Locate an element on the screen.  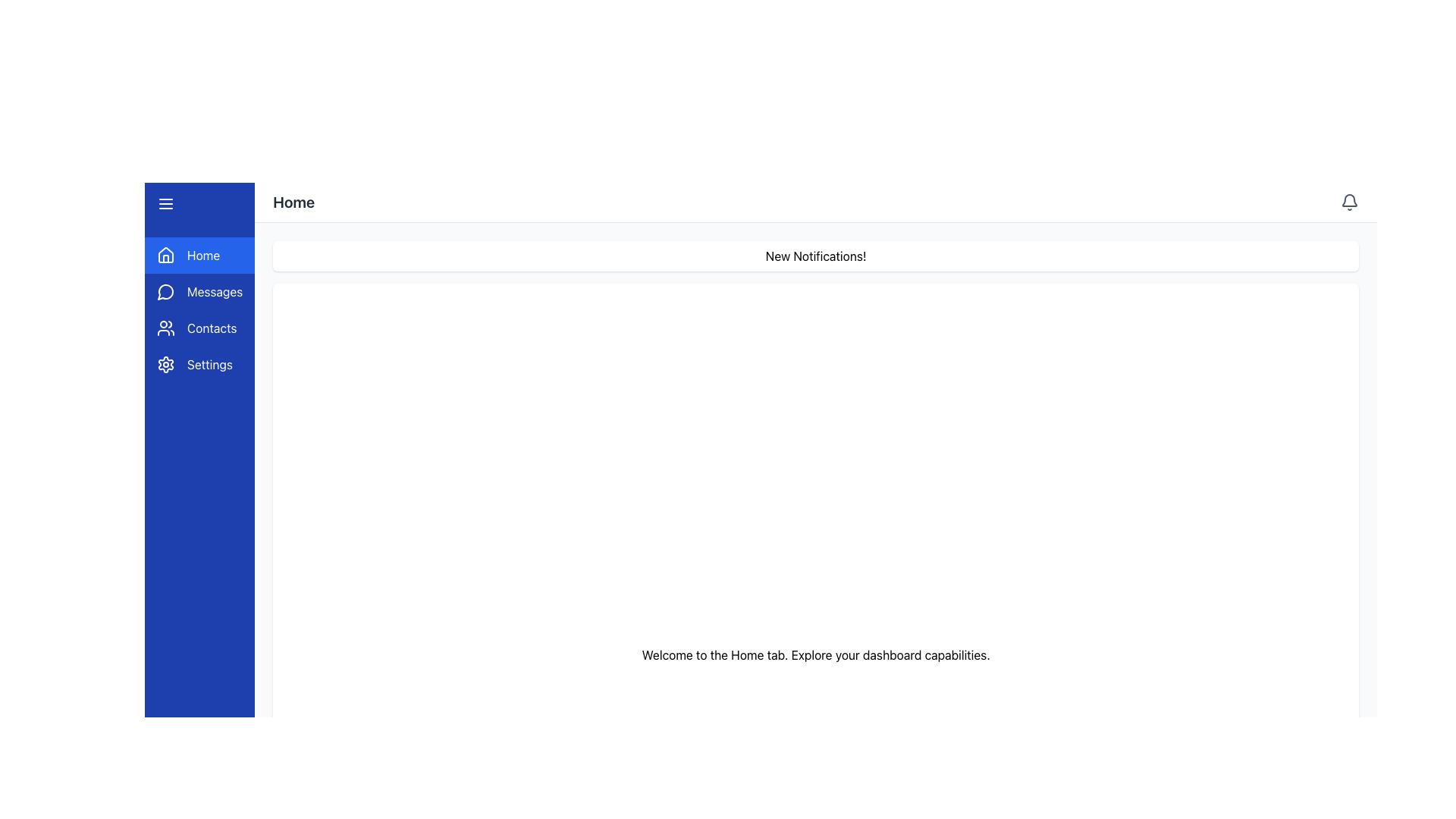
the 'Messages' button in the sidebar which features a speech bubble icon and a blue background is located at coordinates (199, 292).